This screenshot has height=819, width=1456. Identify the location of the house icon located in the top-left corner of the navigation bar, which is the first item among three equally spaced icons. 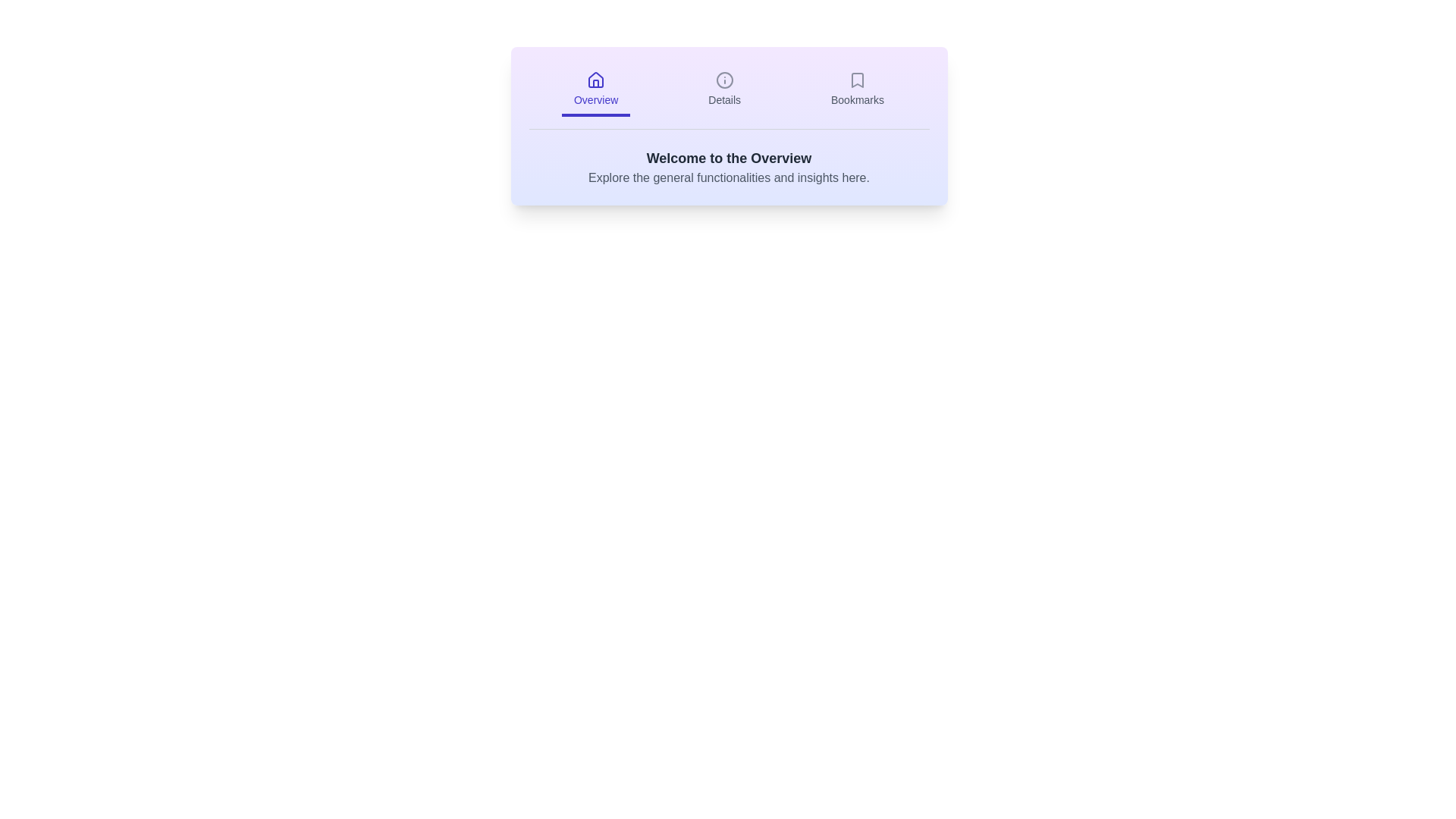
(595, 80).